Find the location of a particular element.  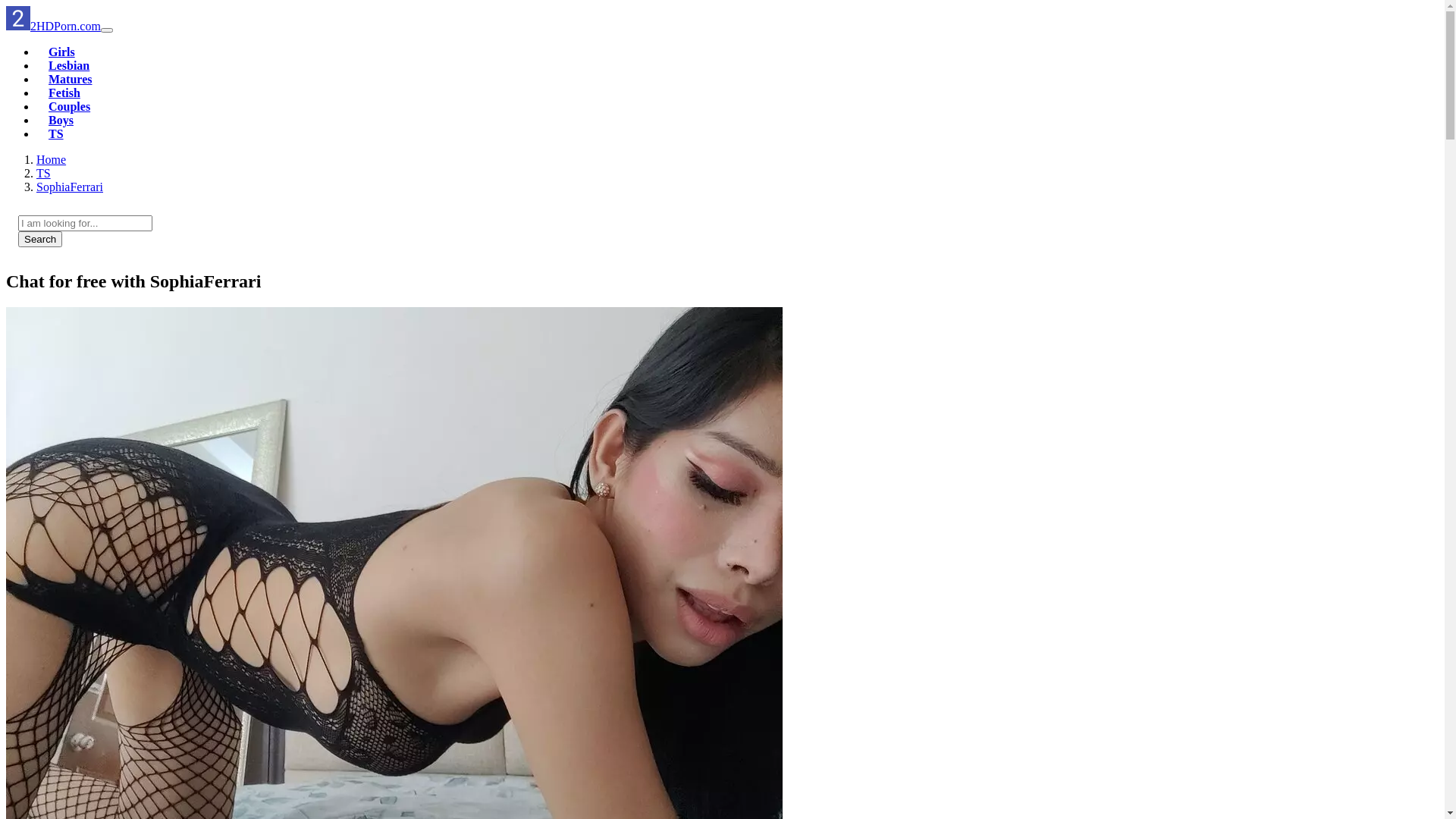

'Boys' is located at coordinates (61, 119).